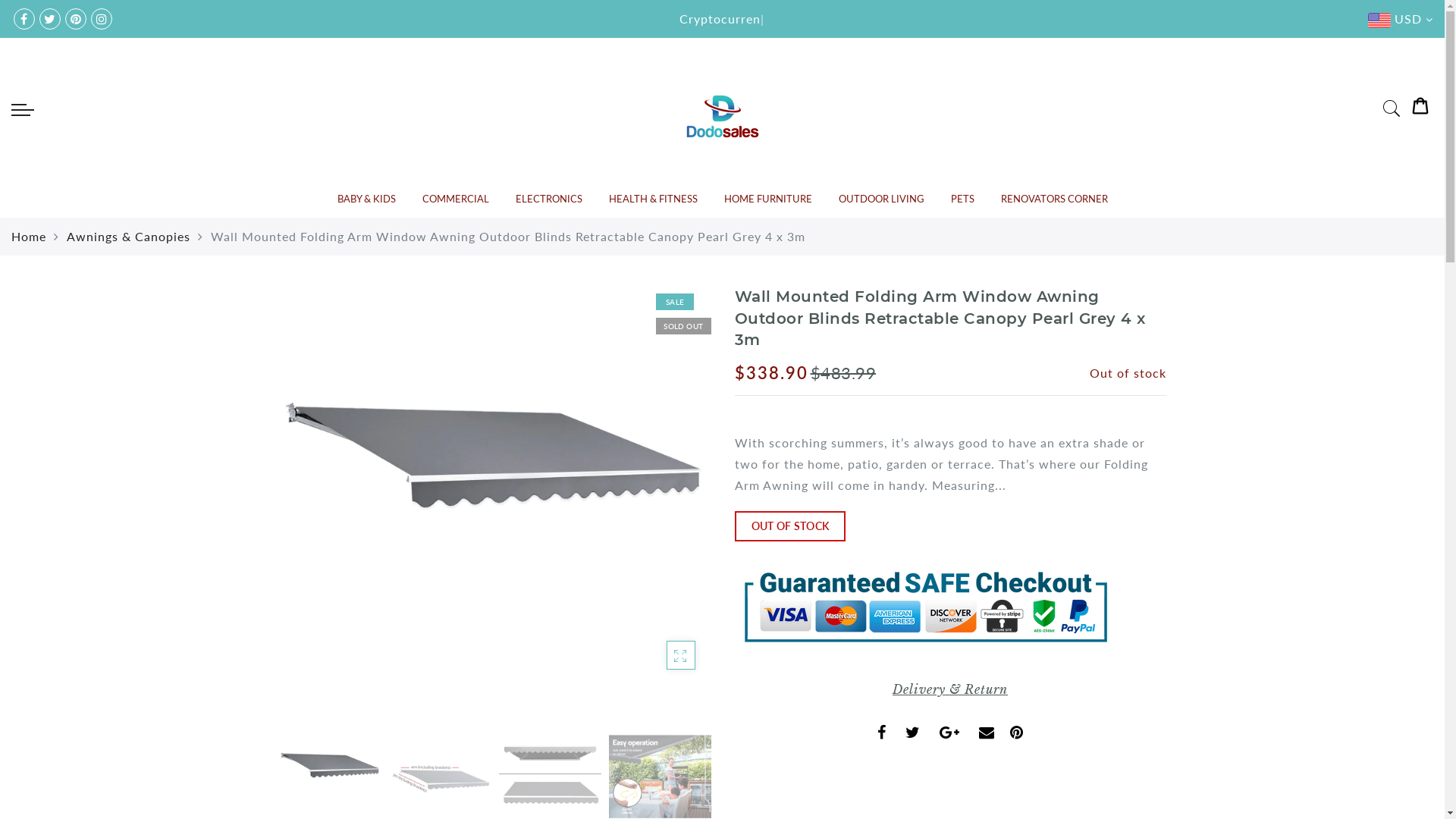 The image size is (1456, 819). What do you see at coordinates (65, 236) in the screenshot?
I see `'Awnings & Canopies'` at bounding box center [65, 236].